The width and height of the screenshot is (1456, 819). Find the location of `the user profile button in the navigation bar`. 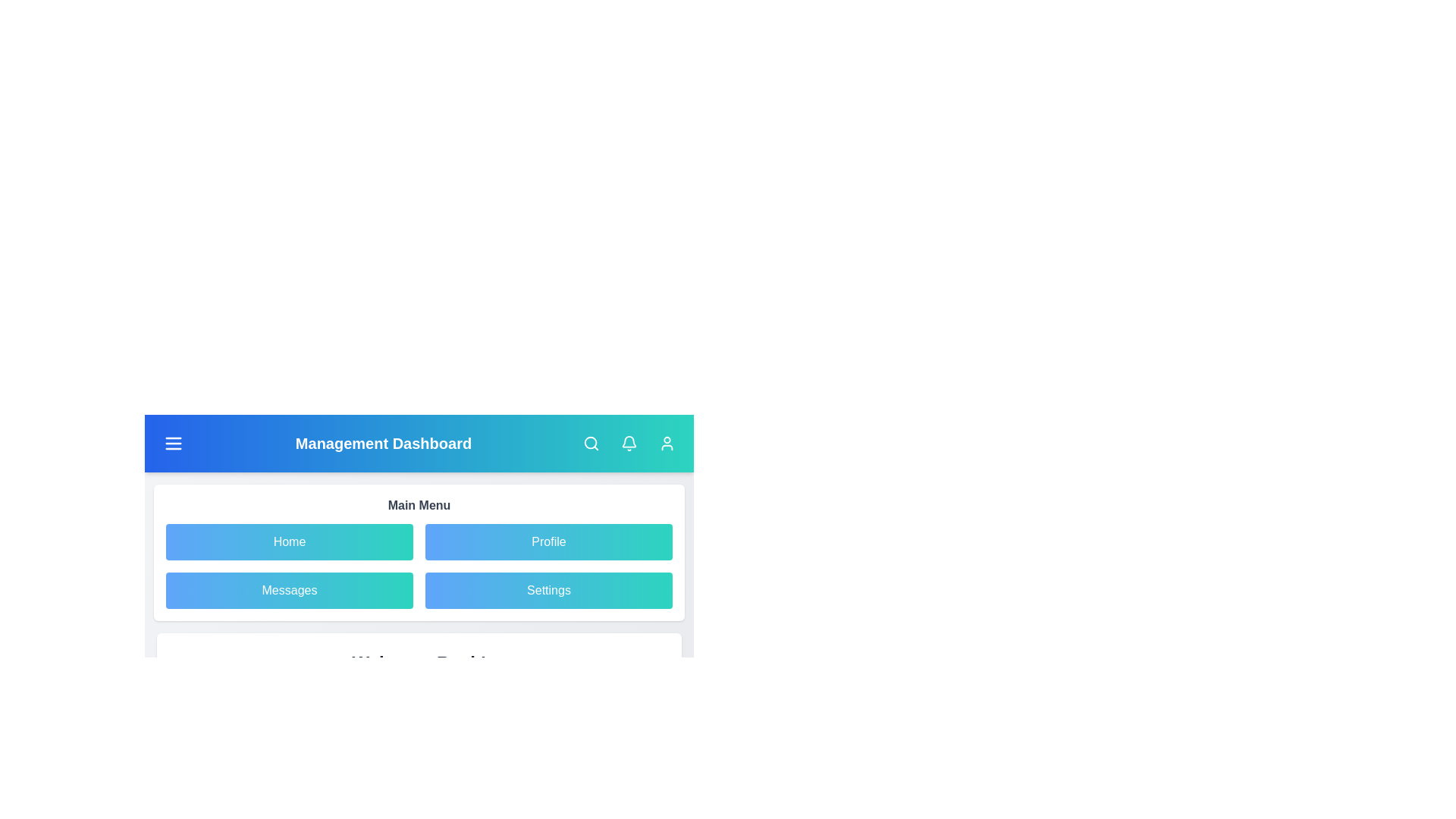

the user profile button in the navigation bar is located at coordinates (667, 444).